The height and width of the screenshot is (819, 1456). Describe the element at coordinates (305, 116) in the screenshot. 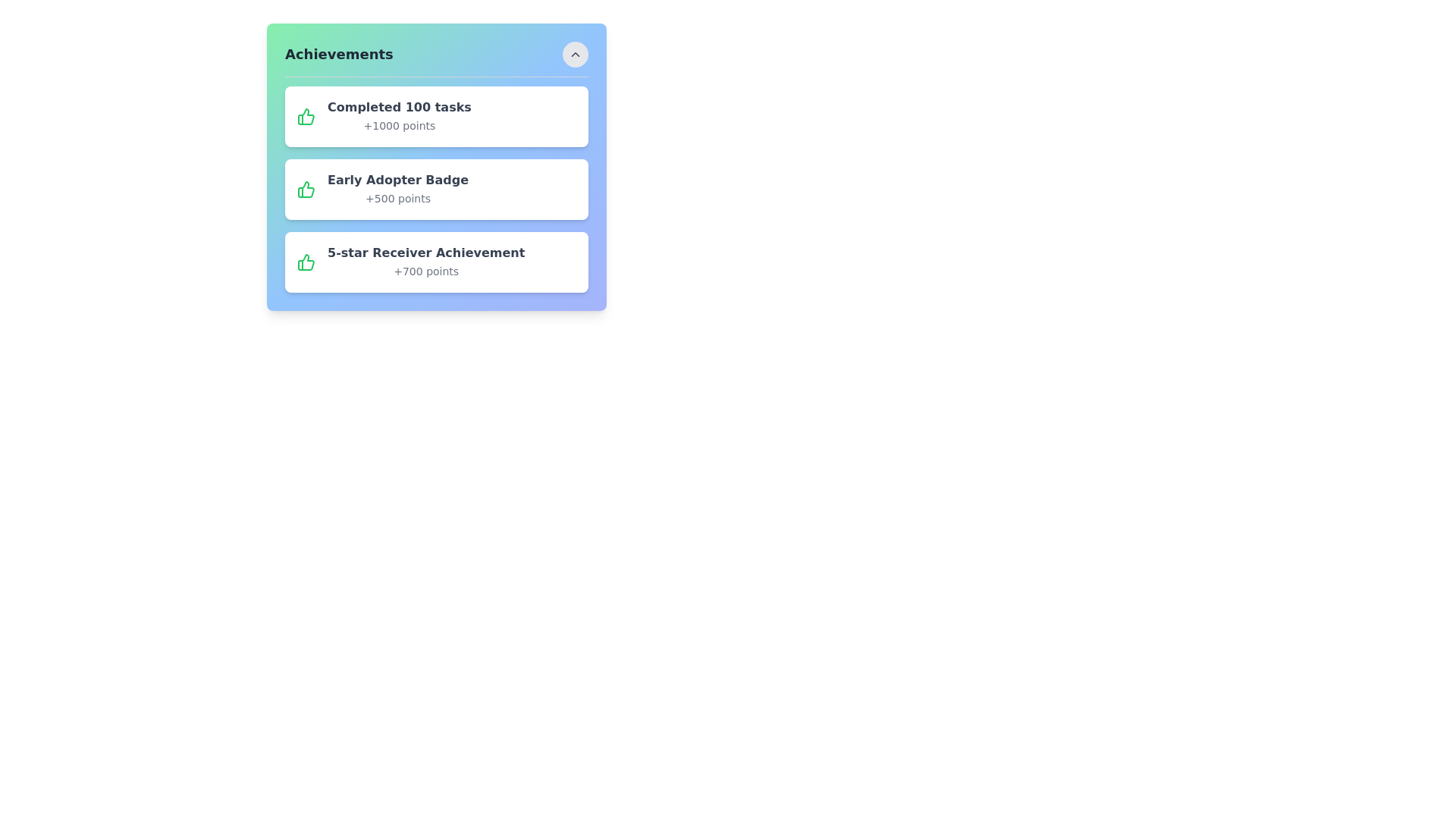

I see `the green thumbs-up icon located to the left of the text 'Completed 100 tasks' in the first achievements card` at that location.